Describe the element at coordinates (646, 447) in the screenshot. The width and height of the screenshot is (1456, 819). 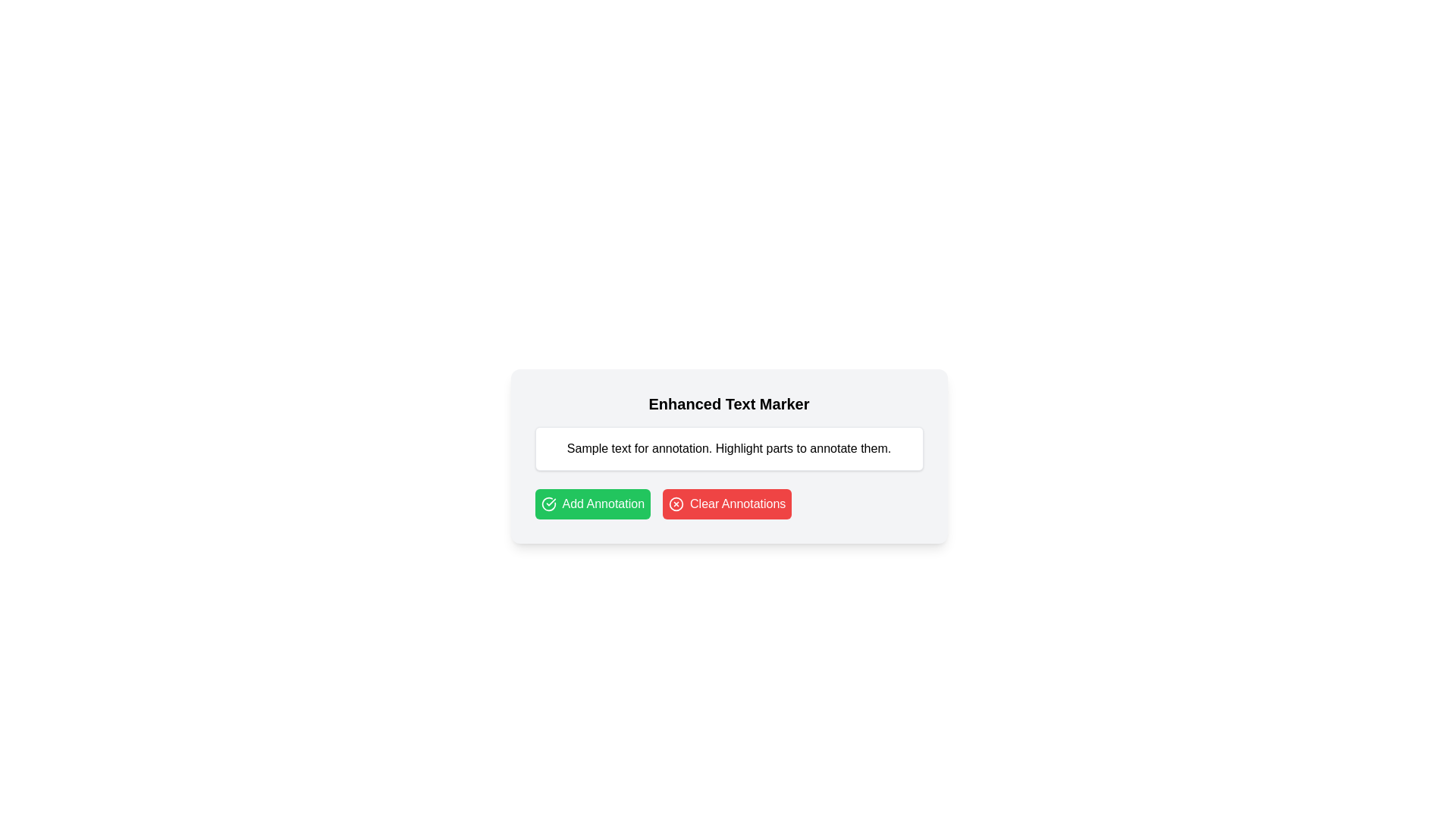
I see `the 15th character of the text label located within the text input field, which is positioned in the center of the interface, following the letter 'o'` at that location.